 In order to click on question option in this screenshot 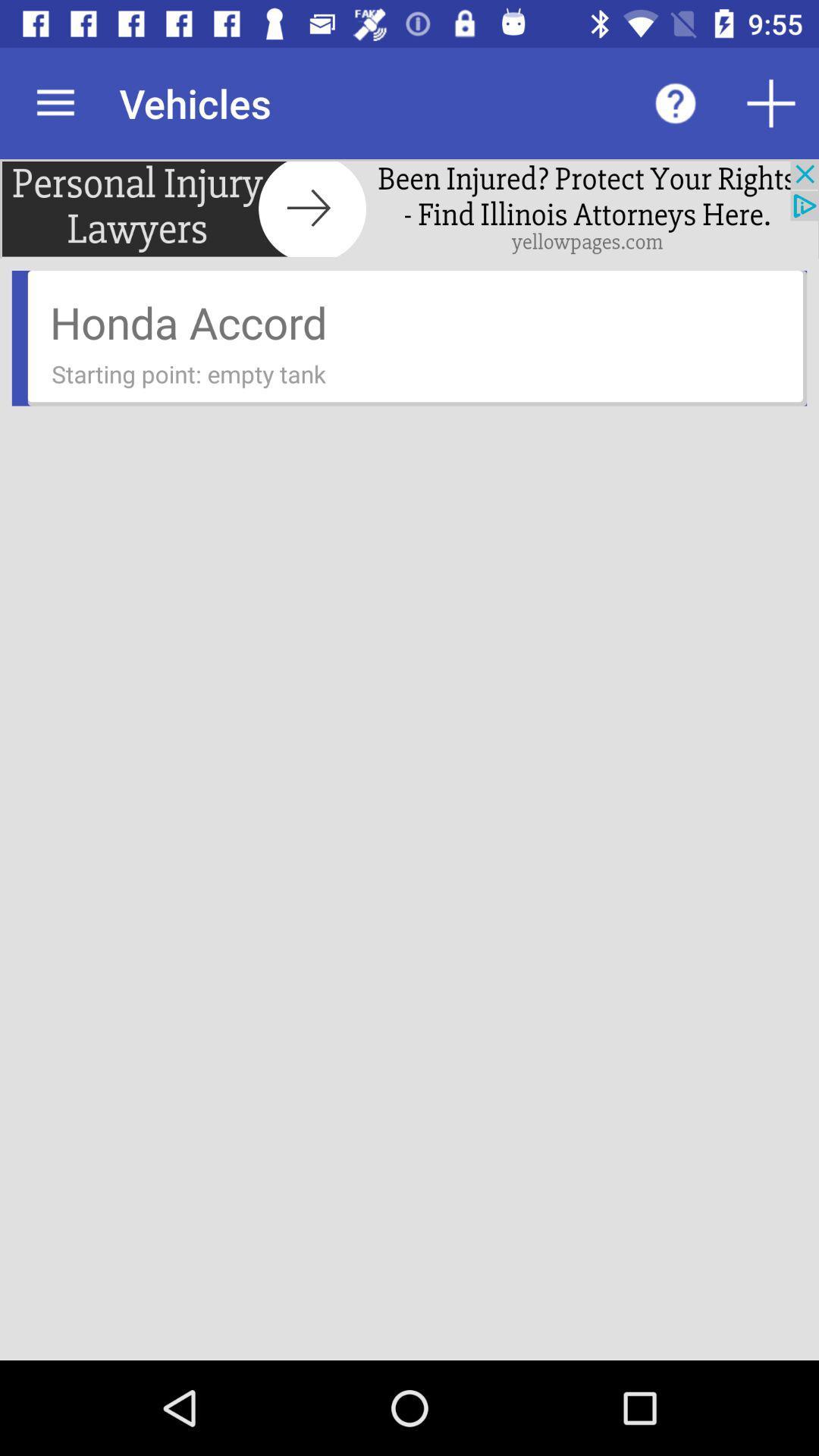, I will do `click(675, 102)`.